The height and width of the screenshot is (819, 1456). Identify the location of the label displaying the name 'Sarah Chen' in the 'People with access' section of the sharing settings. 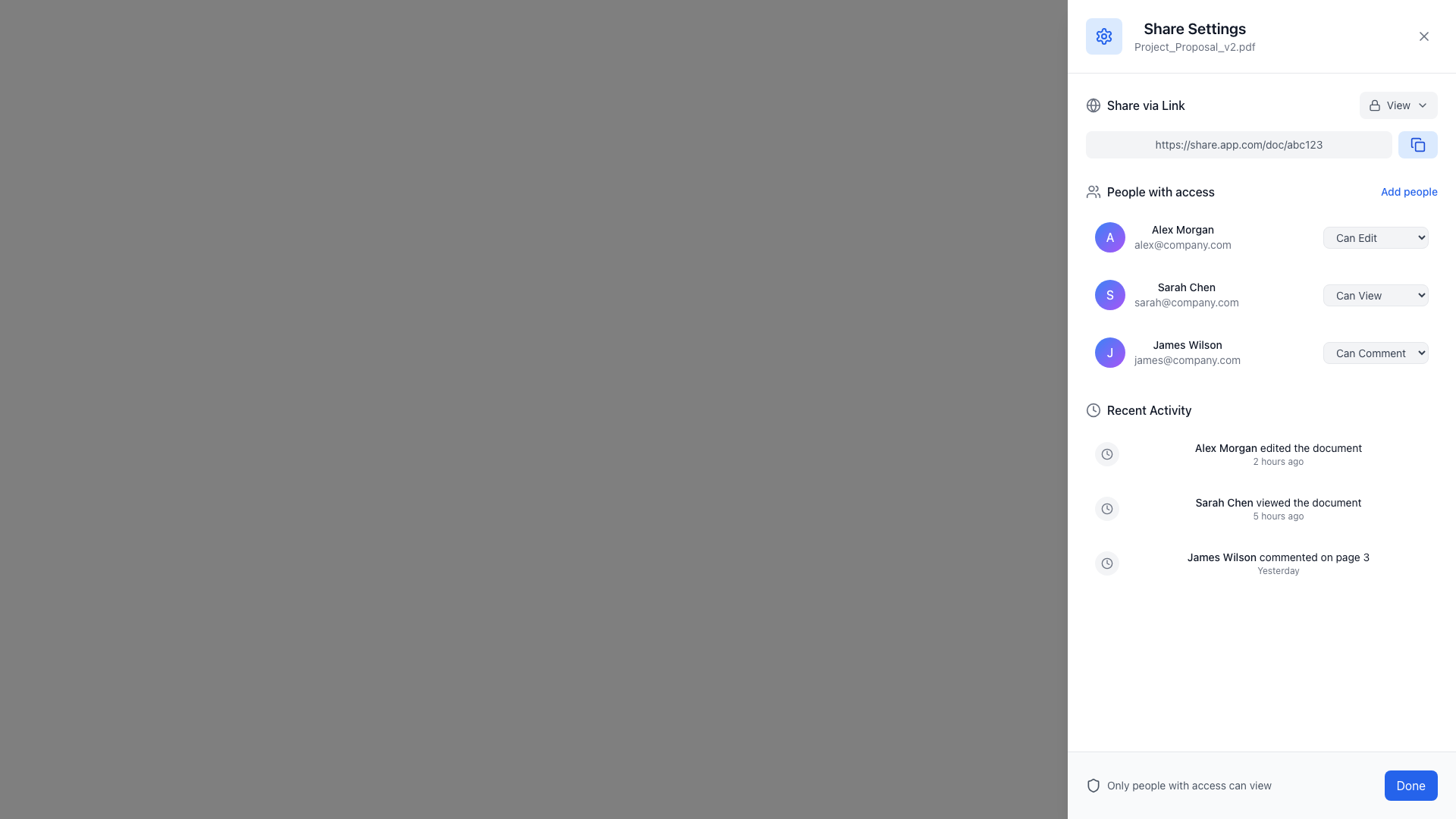
(1185, 287).